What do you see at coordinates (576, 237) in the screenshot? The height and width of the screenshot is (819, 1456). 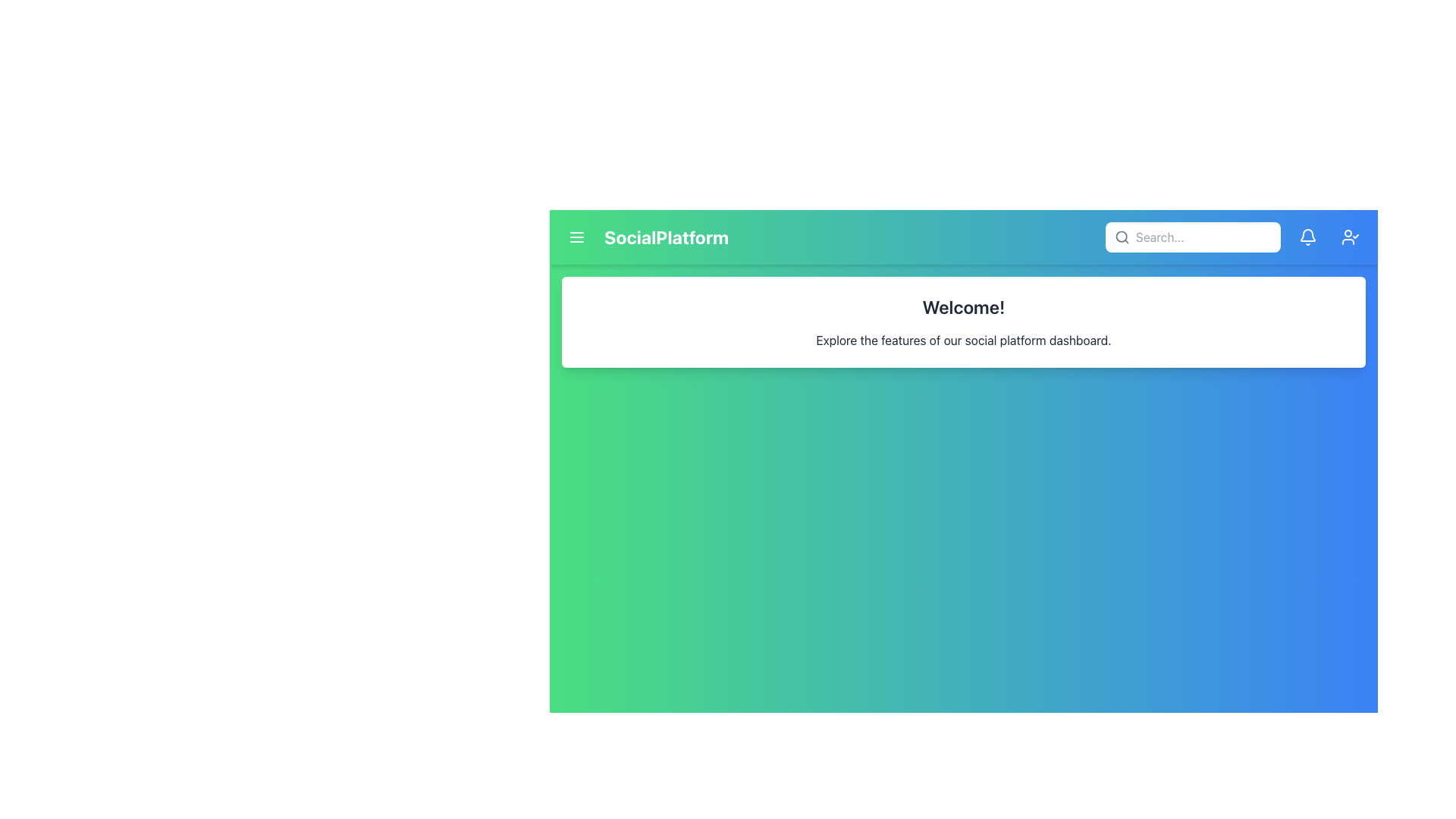 I see `the menu button located on the left side of the top navigation bar, adjacent to the text 'SocialPlatform'` at bounding box center [576, 237].